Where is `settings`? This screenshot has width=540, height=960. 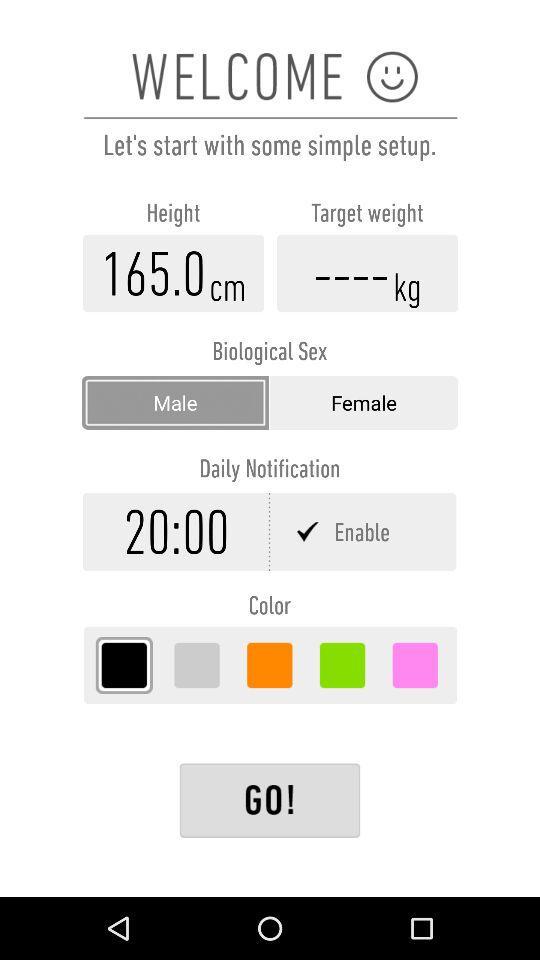
settings is located at coordinates (270, 800).